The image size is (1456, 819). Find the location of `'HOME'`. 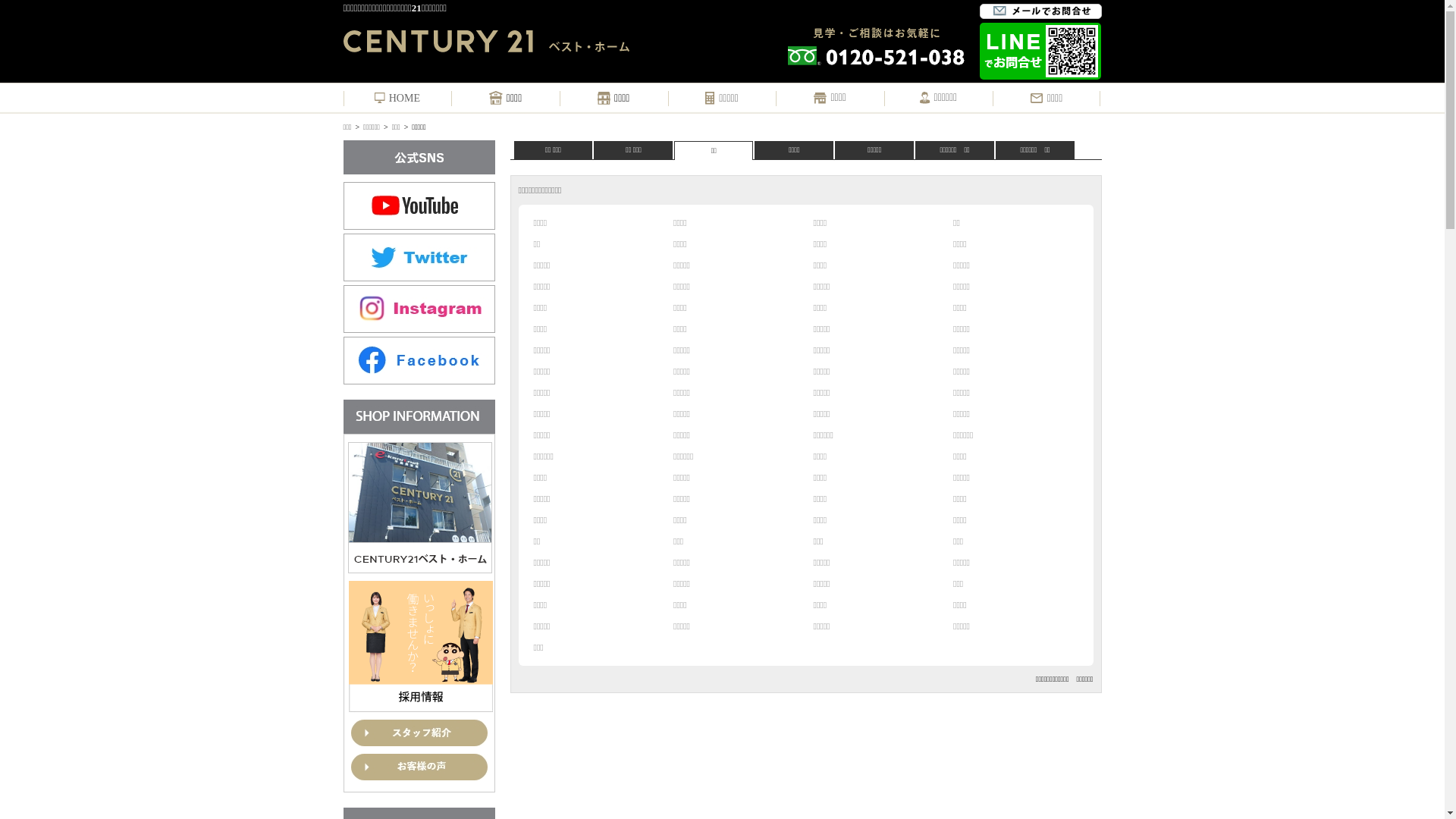

'HOME' is located at coordinates (375, 99).